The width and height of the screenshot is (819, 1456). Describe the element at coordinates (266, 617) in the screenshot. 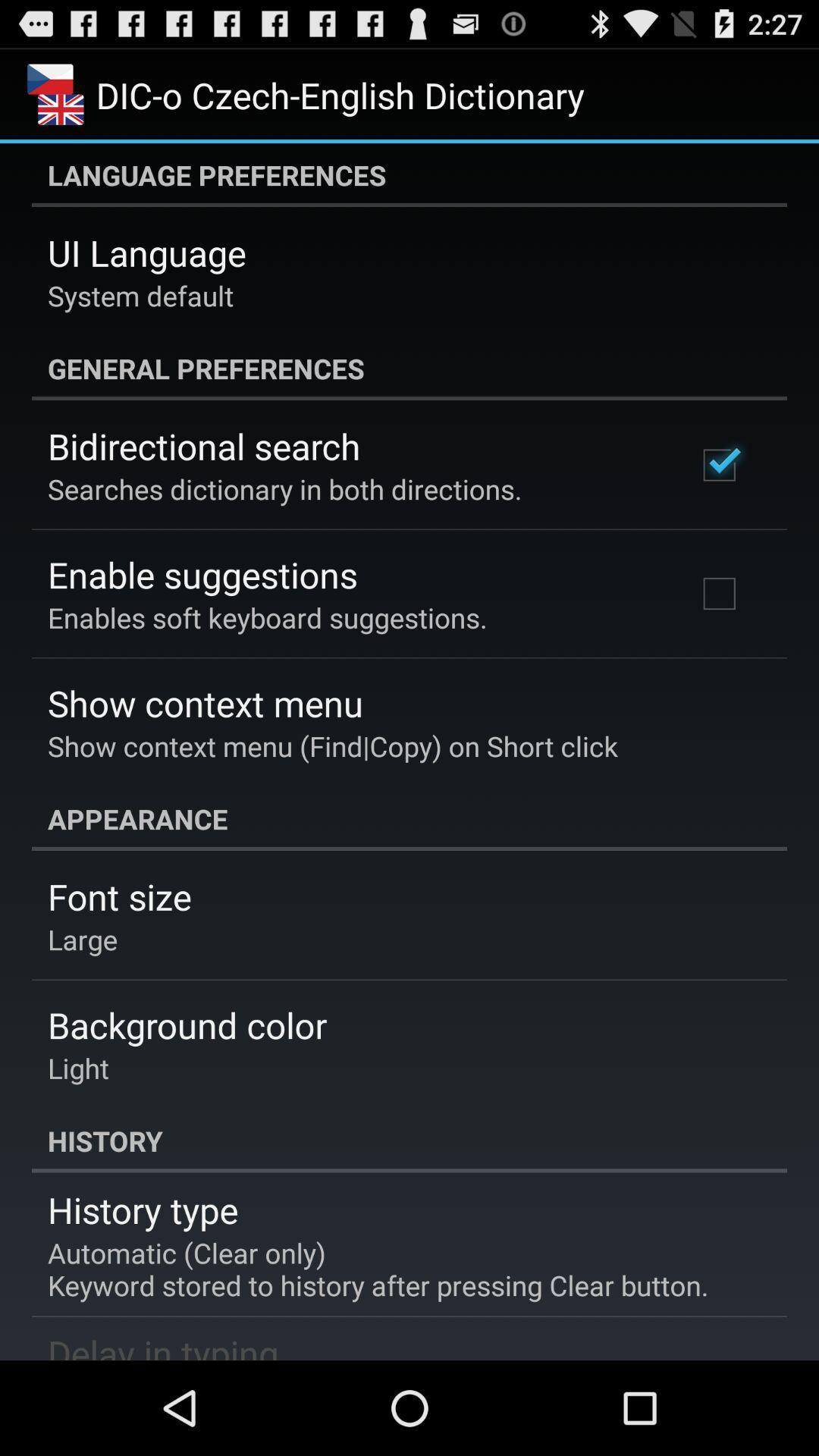

I see `the enables soft keyboard` at that location.